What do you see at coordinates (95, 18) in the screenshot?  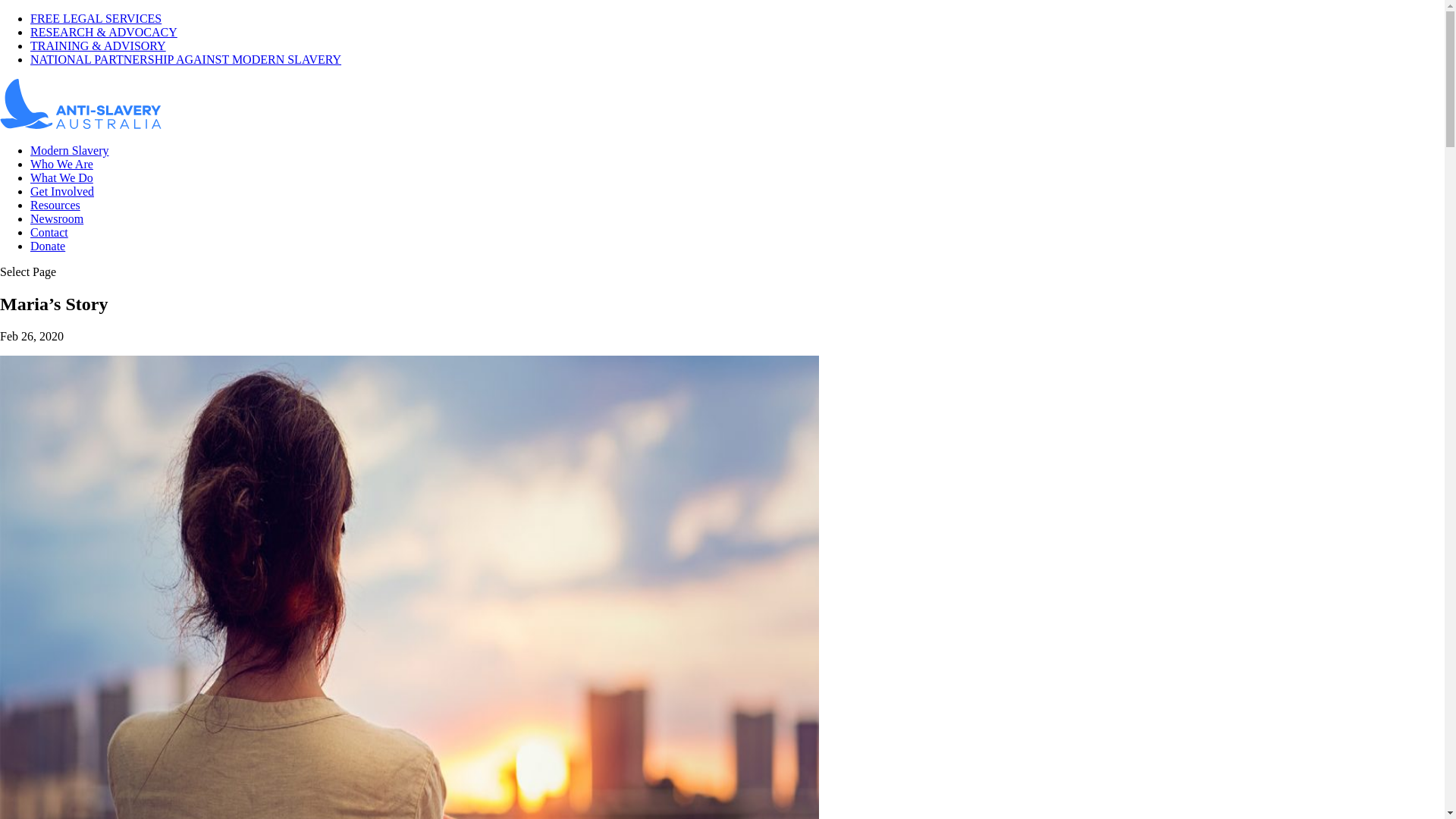 I see `'FREE LEGAL SERVICES'` at bounding box center [95, 18].